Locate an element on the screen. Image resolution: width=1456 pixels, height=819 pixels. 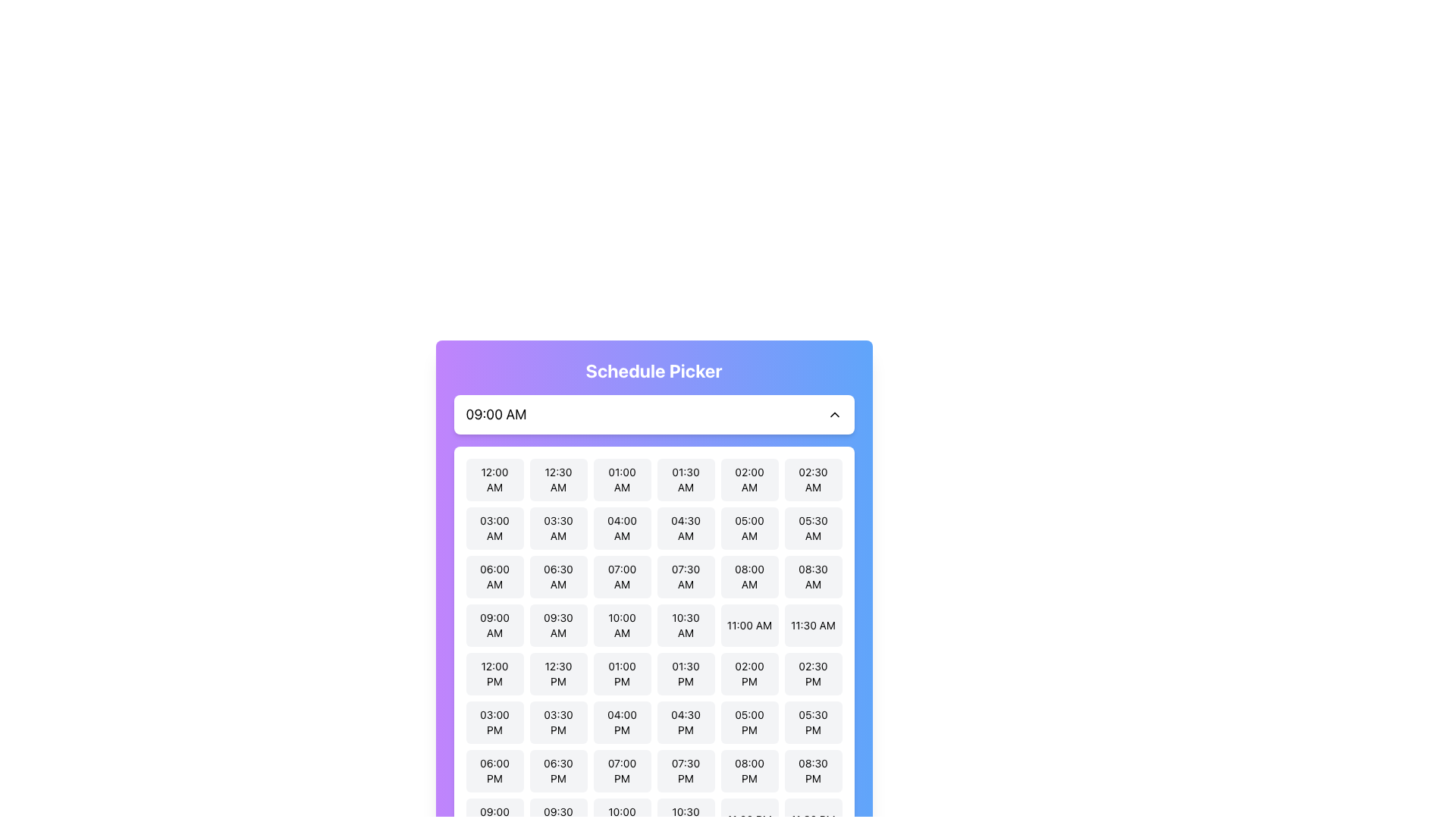
the button representing the selectable time slot for '12:00 AM' in the 'Schedule Picker' is located at coordinates (494, 479).